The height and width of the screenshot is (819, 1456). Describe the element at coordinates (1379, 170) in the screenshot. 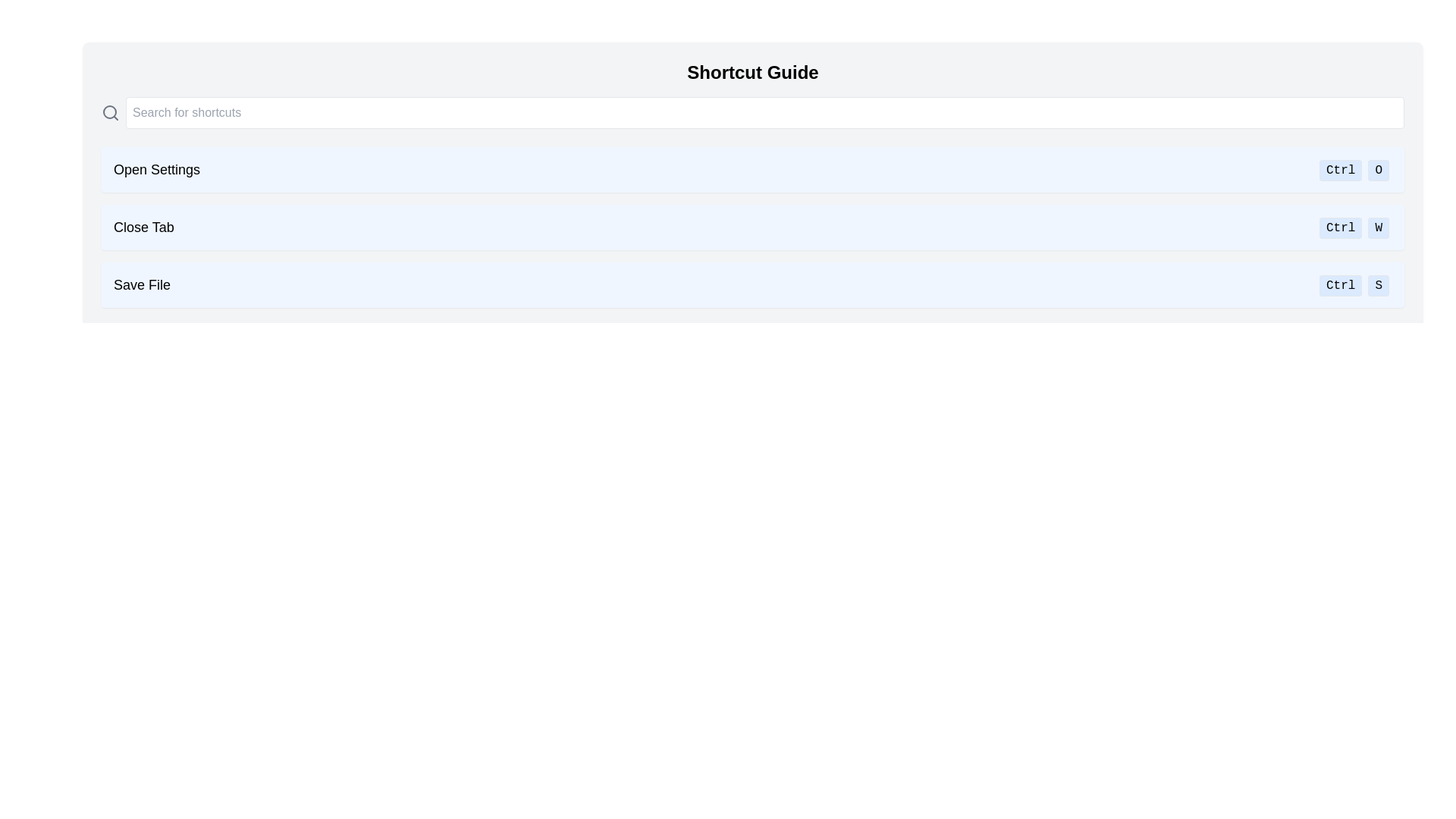

I see `the small rectangular button-like component with the text 'O' centered within it, which has a light blue background and is located on the right side of the 'Ctrl' button in the 'Open Settings' section of keyboard shortcuts` at that location.